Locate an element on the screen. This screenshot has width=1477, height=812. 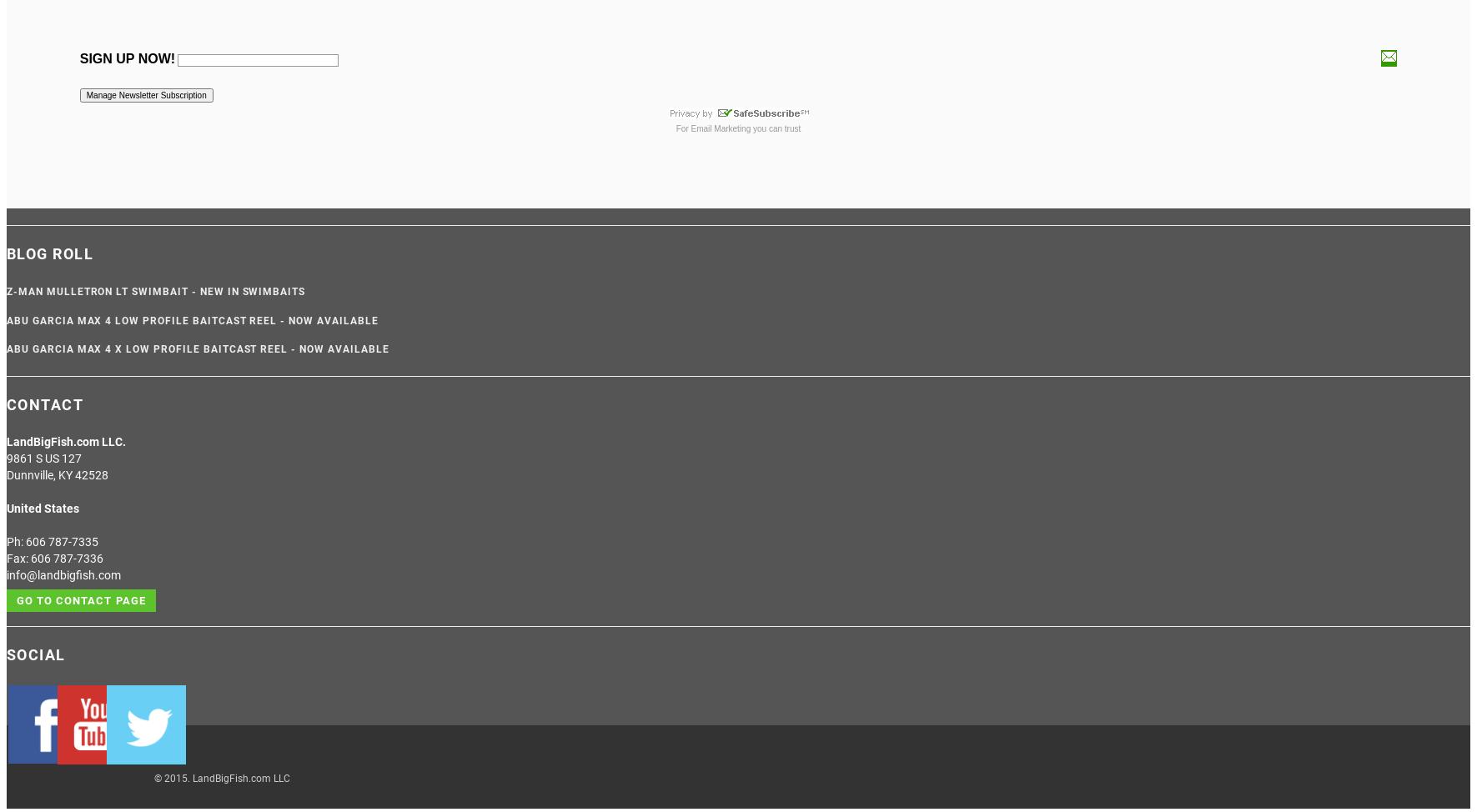
'SIGN UP NOW!' is located at coordinates (78, 58).